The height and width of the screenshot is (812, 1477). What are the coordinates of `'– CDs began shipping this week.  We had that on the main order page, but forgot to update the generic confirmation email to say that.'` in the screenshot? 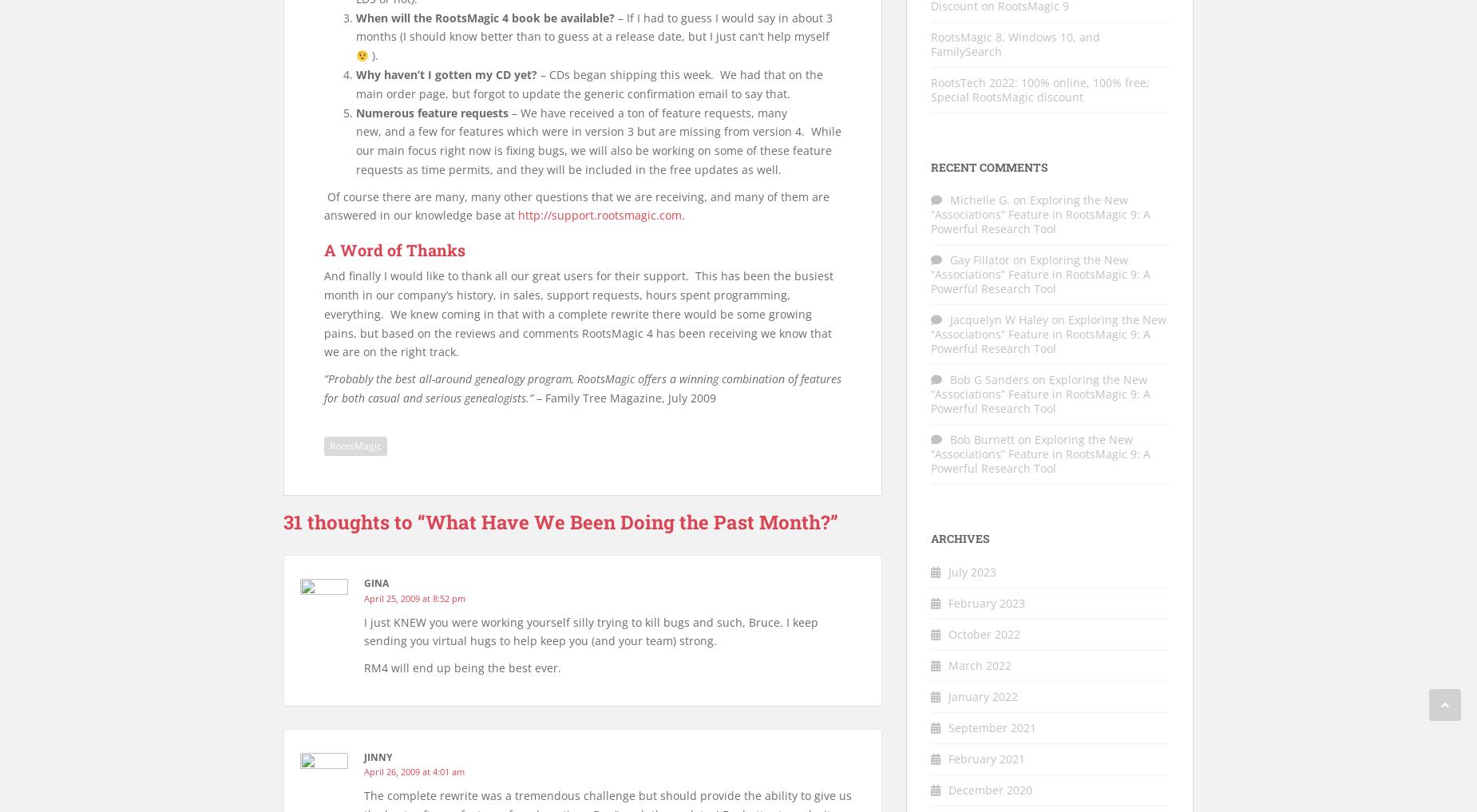 It's located at (589, 83).